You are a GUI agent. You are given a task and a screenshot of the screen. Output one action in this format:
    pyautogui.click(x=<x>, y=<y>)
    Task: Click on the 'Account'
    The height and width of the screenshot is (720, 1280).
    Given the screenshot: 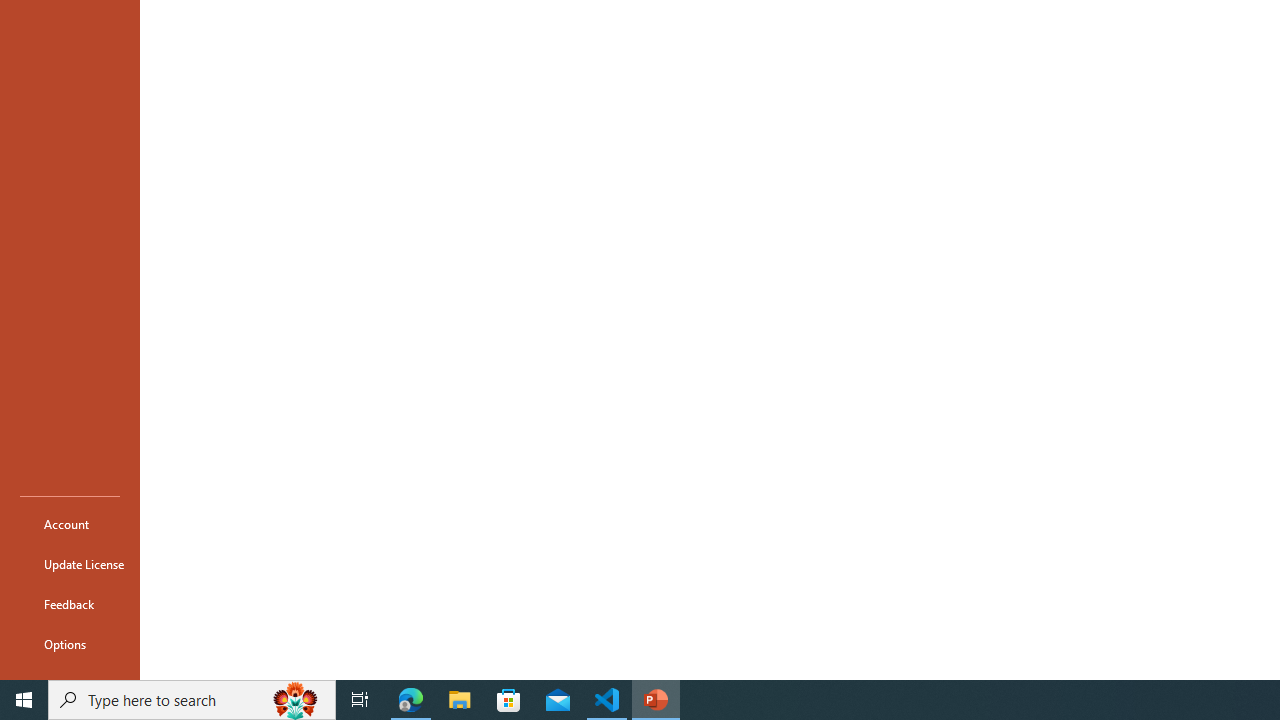 What is the action you would take?
    pyautogui.click(x=69, y=523)
    